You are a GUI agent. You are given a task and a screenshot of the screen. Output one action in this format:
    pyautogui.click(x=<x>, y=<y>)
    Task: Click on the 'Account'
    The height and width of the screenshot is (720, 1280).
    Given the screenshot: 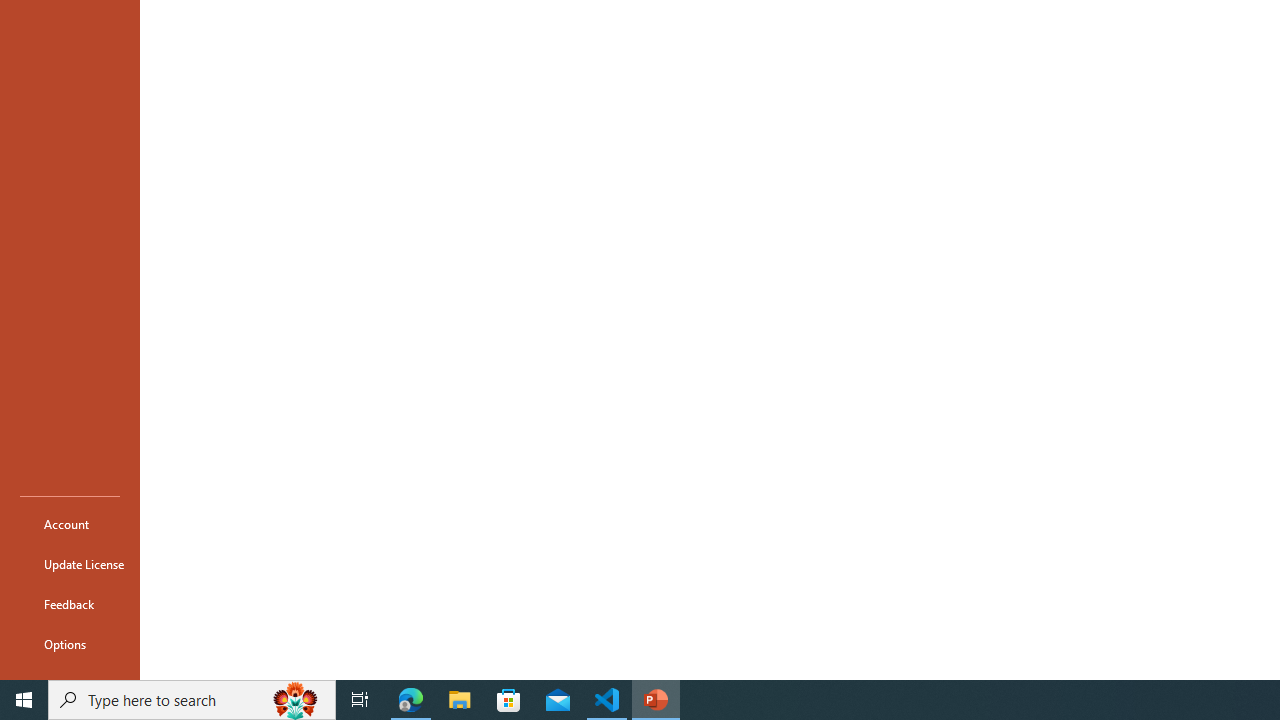 What is the action you would take?
    pyautogui.click(x=69, y=523)
    